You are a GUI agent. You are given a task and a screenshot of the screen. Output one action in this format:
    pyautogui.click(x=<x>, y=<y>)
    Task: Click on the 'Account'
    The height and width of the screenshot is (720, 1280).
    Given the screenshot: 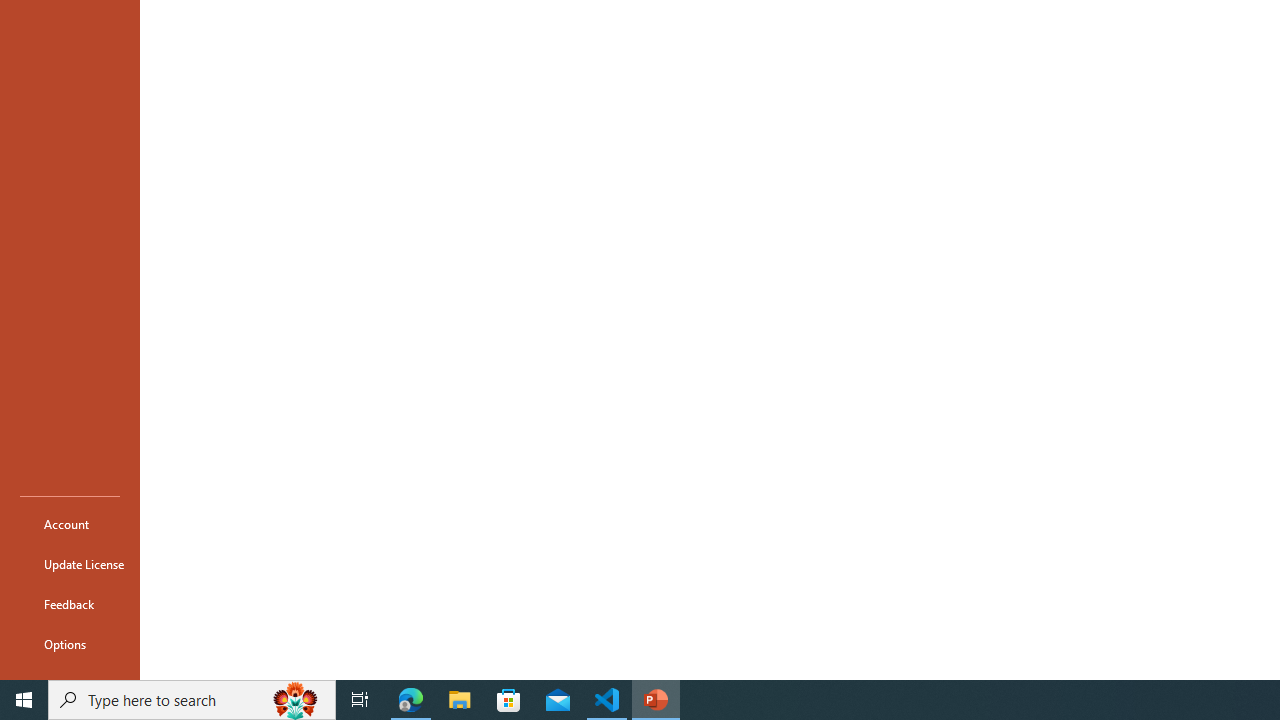 What is the action you would take?
    pyautogui.click(x=69, y=523)
    